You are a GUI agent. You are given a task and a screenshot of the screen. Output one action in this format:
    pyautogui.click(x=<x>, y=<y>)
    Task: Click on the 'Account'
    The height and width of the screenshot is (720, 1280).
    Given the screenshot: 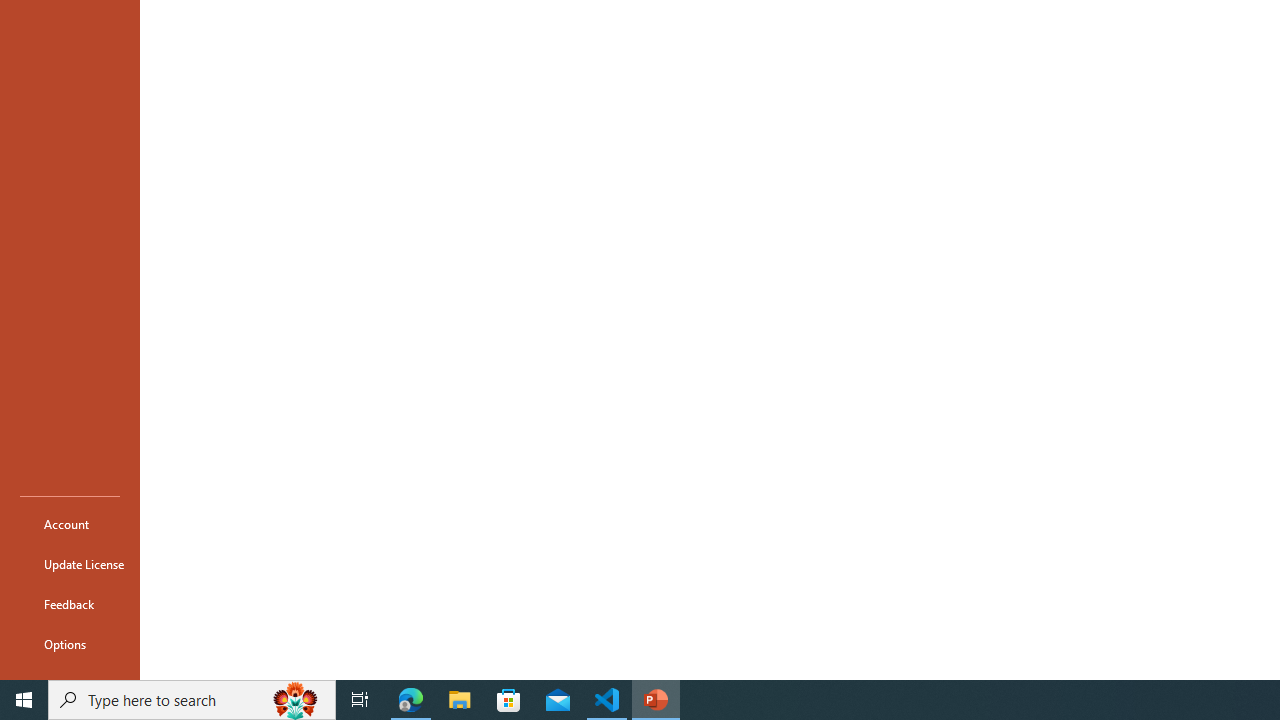 What is the action you would take?
    pyautogui.click(x=69, y=523)
    